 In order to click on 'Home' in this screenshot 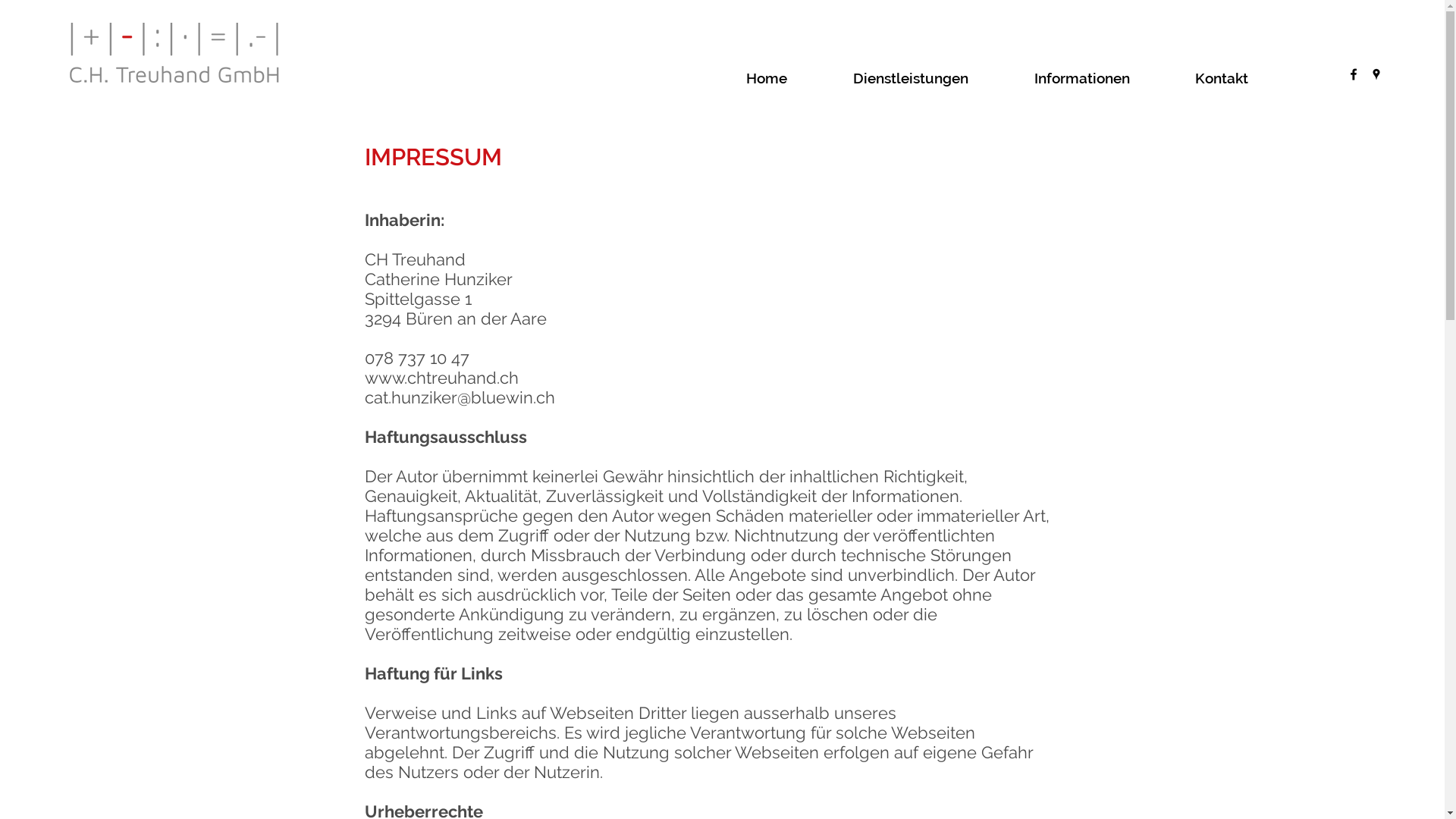, I will do `click(791, 78)`.